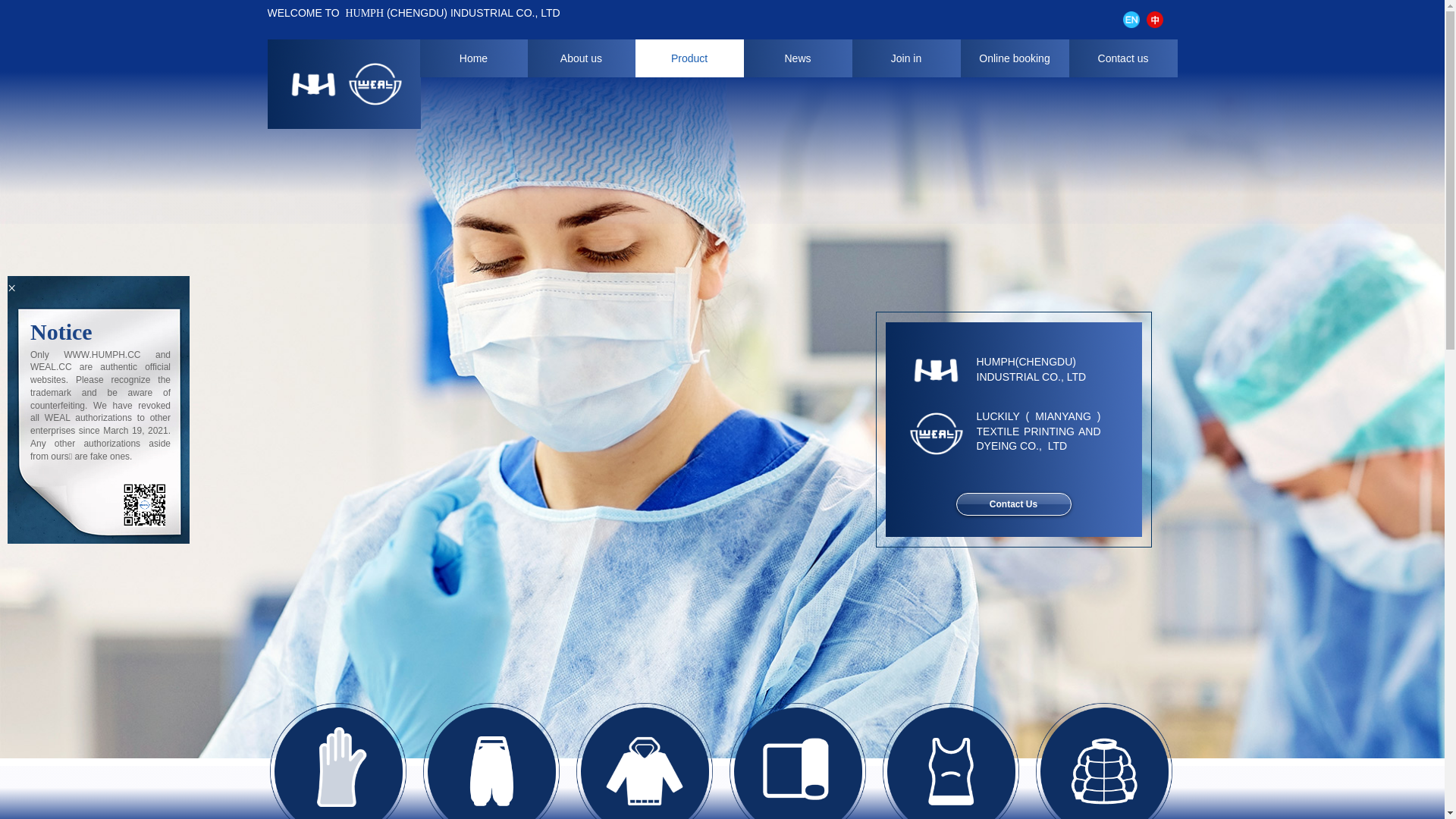 The height and width of the screenshot is (819, 1456). Describe the element at coordinates (1012, 504) in the screenshot. I see `'Contact Us'` at that location.